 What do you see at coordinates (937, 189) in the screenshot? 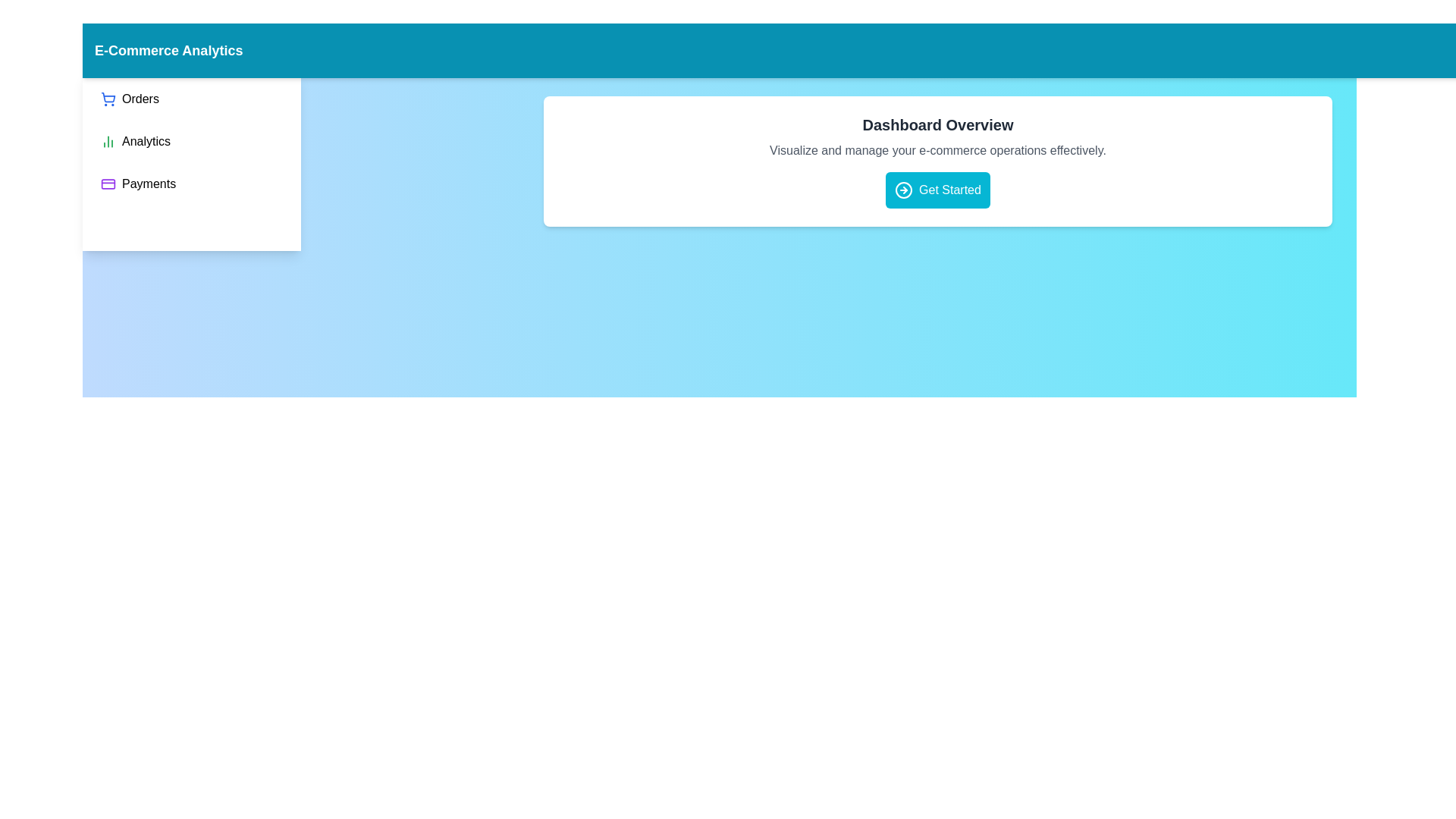
I see `the button located directly below the 'Dashboard Overview' section` at bounding box center [937, 189].